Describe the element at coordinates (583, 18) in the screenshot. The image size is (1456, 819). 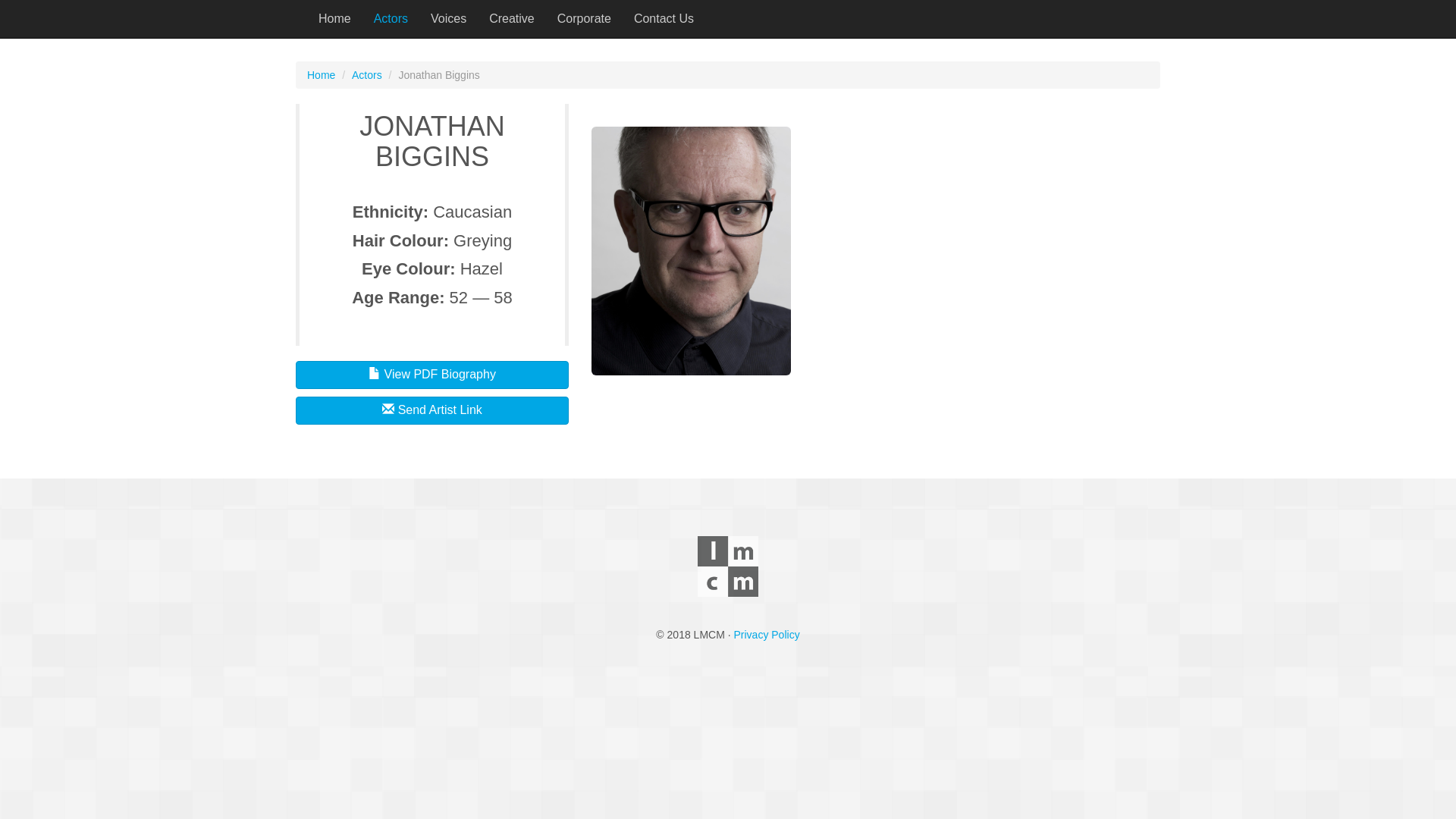
I see `'Corporate'` at that location.